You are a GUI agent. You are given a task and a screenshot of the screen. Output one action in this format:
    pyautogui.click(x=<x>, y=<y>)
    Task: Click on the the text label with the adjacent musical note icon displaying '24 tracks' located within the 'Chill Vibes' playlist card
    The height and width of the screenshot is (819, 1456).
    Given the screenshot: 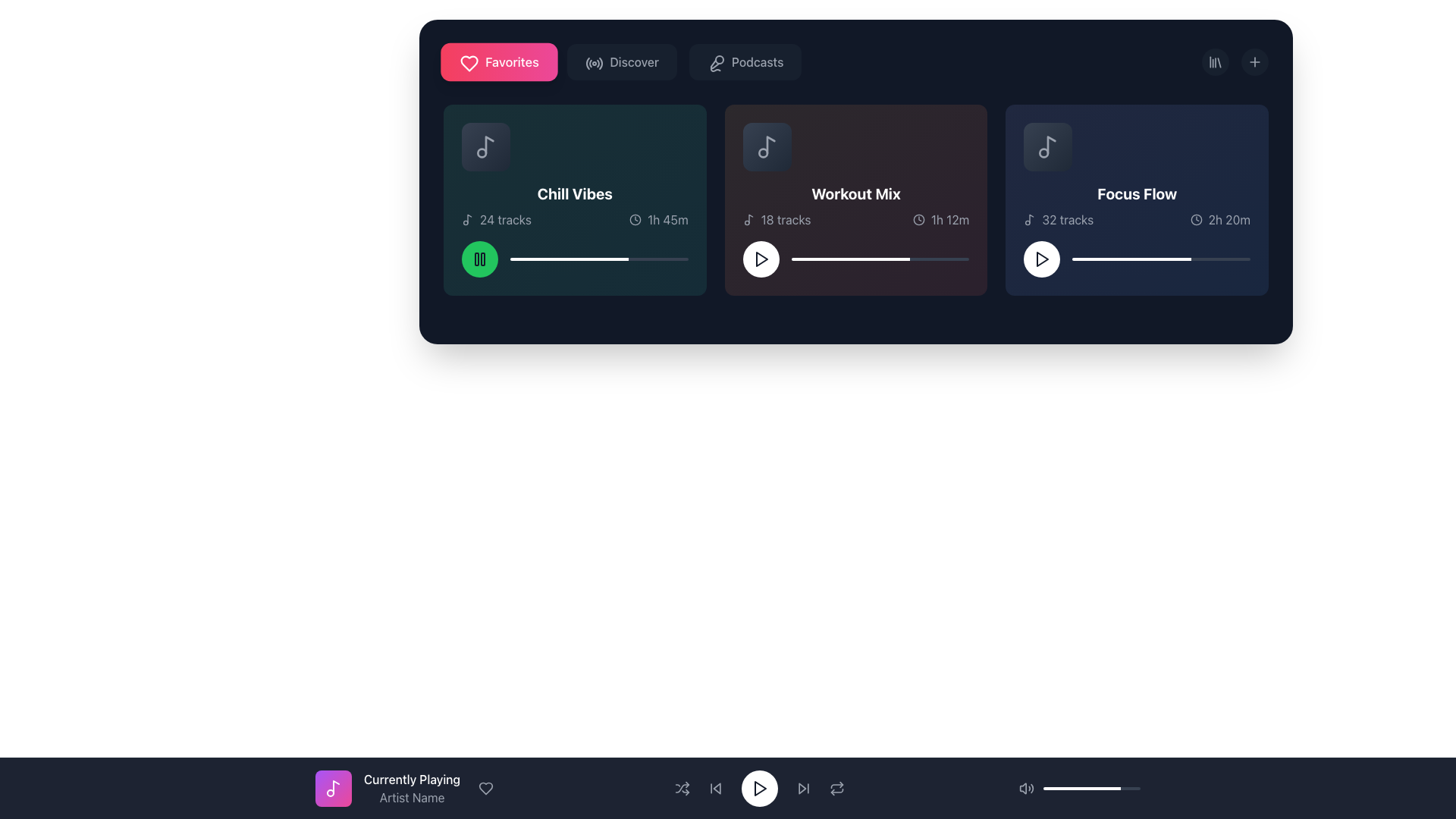 What is the action you would take?
    pyautogui.click(x=496, y=219)
    